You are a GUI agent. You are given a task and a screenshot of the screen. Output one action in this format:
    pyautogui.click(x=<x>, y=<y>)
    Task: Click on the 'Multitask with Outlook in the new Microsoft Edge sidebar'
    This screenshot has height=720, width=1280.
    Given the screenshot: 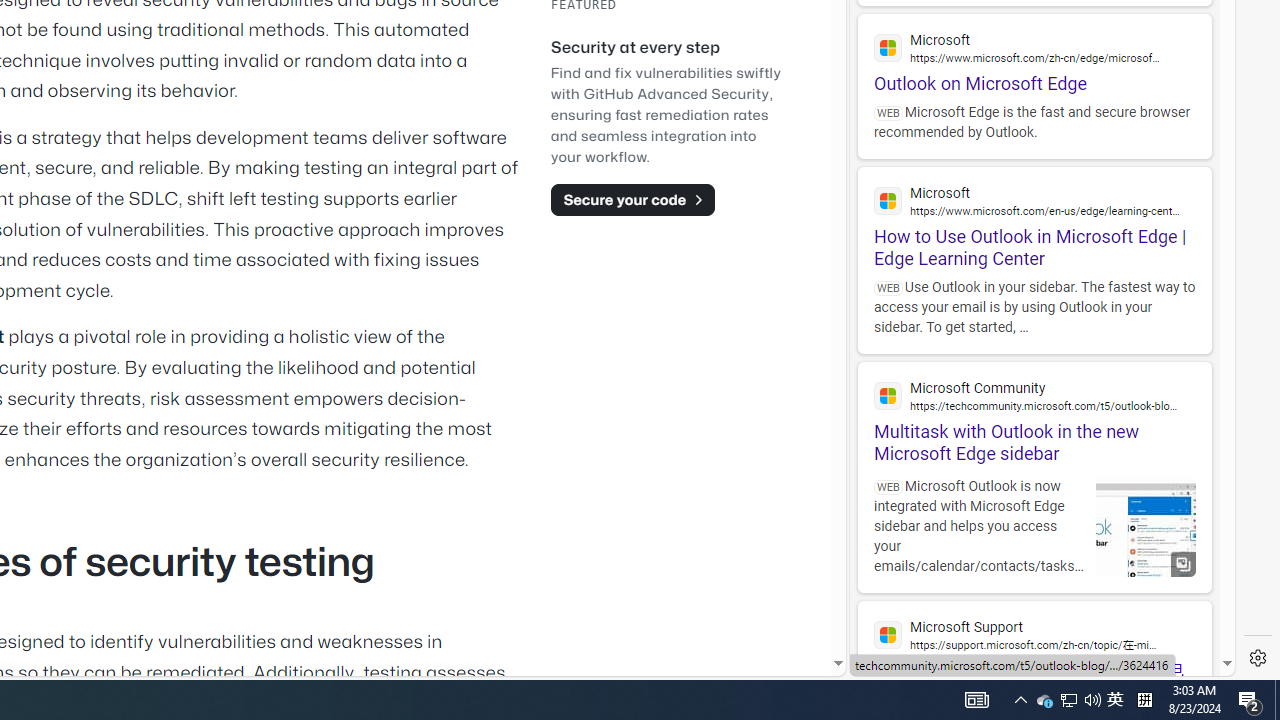 What is the action you would take?
    pyautogui.click(x=1034, y=412)
    